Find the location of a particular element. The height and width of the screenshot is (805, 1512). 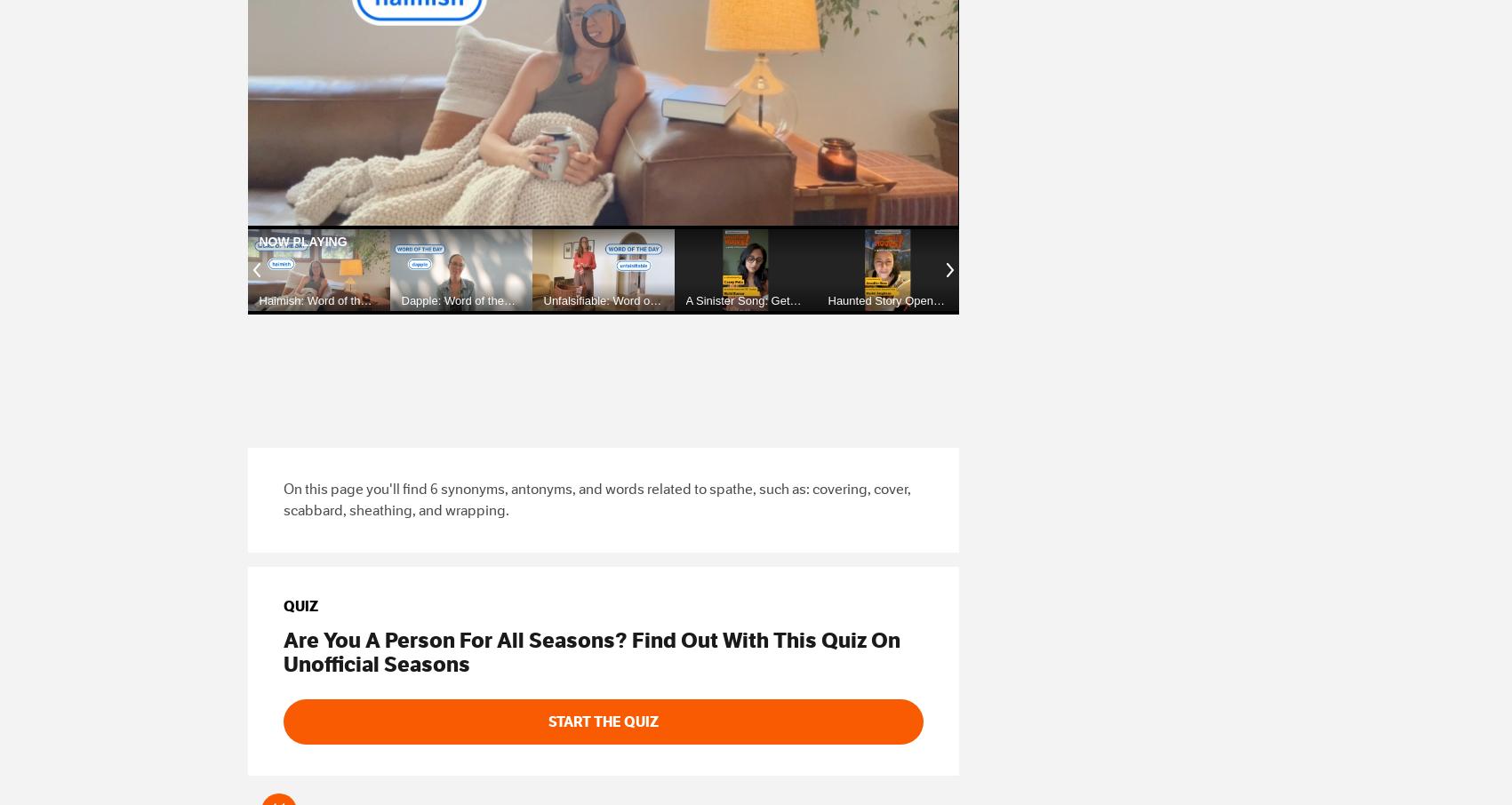

'Haimish: Word of the Day' is located at coordinates (259, 307).